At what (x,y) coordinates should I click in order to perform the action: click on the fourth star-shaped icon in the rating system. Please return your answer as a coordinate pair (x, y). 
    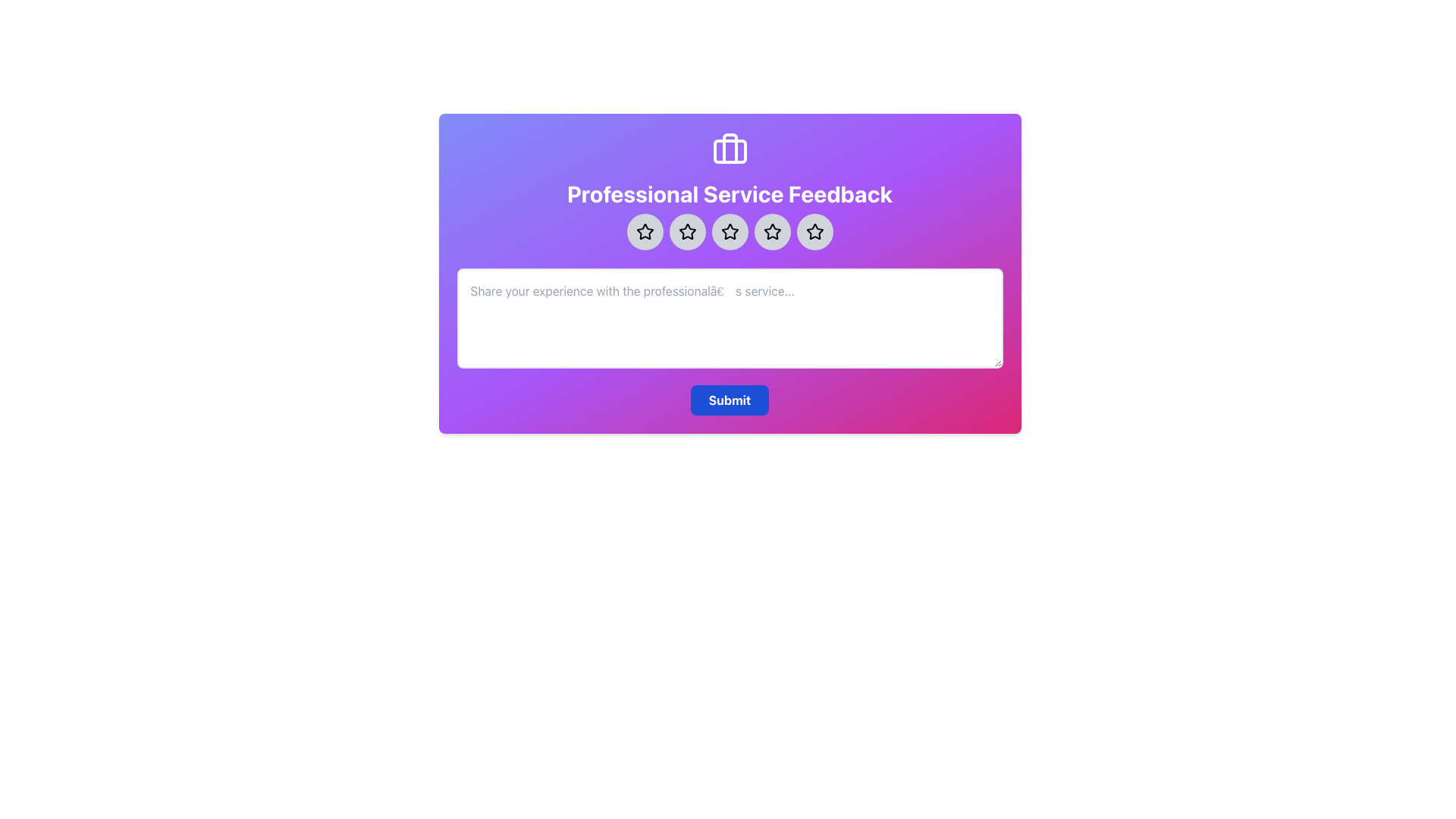
    Looking at the image, I should click on (772, 231).